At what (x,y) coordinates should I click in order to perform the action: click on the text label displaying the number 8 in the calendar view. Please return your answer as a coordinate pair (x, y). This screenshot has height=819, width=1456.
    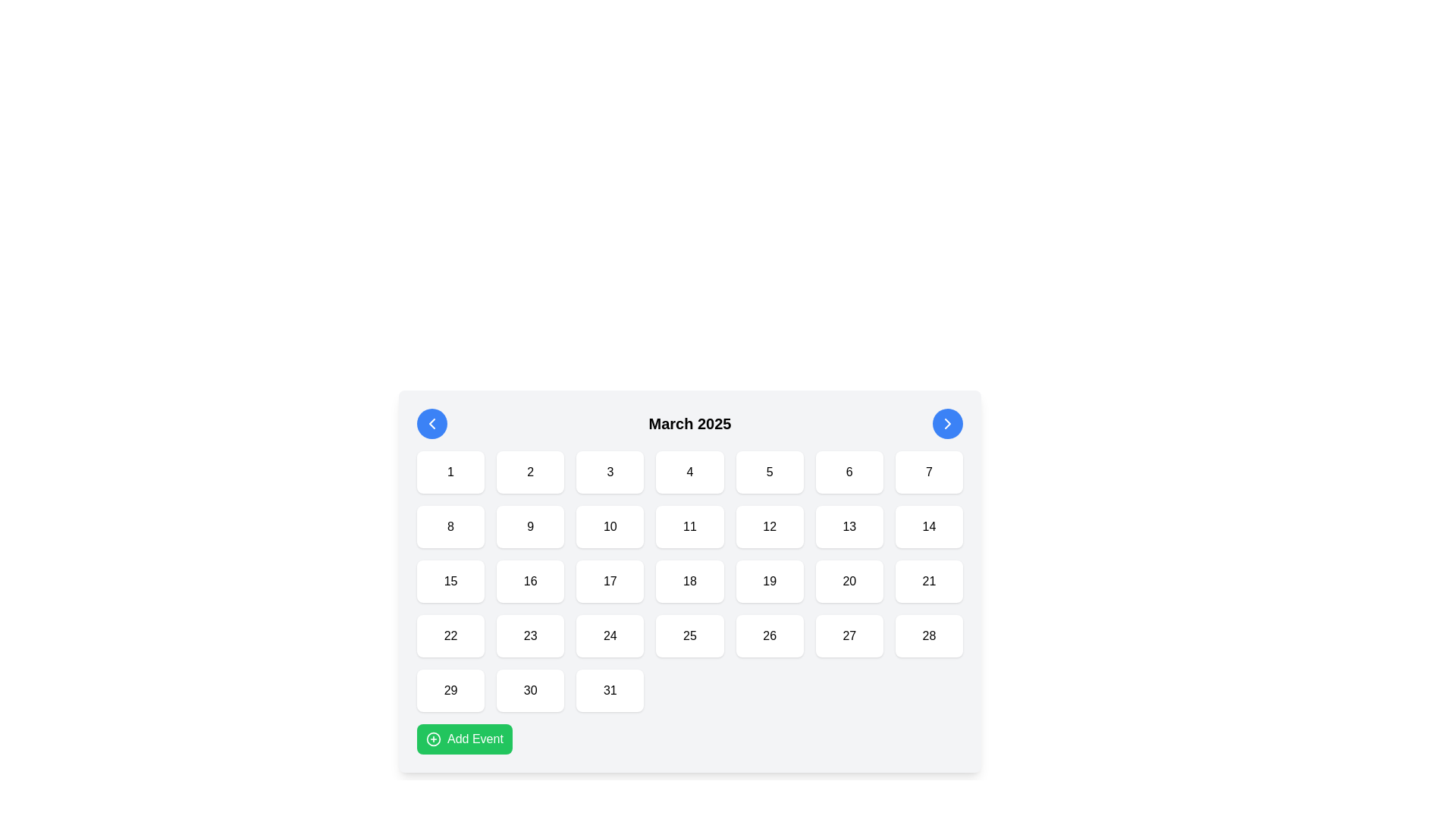
    Looking at the image, I should click on (450, 526).